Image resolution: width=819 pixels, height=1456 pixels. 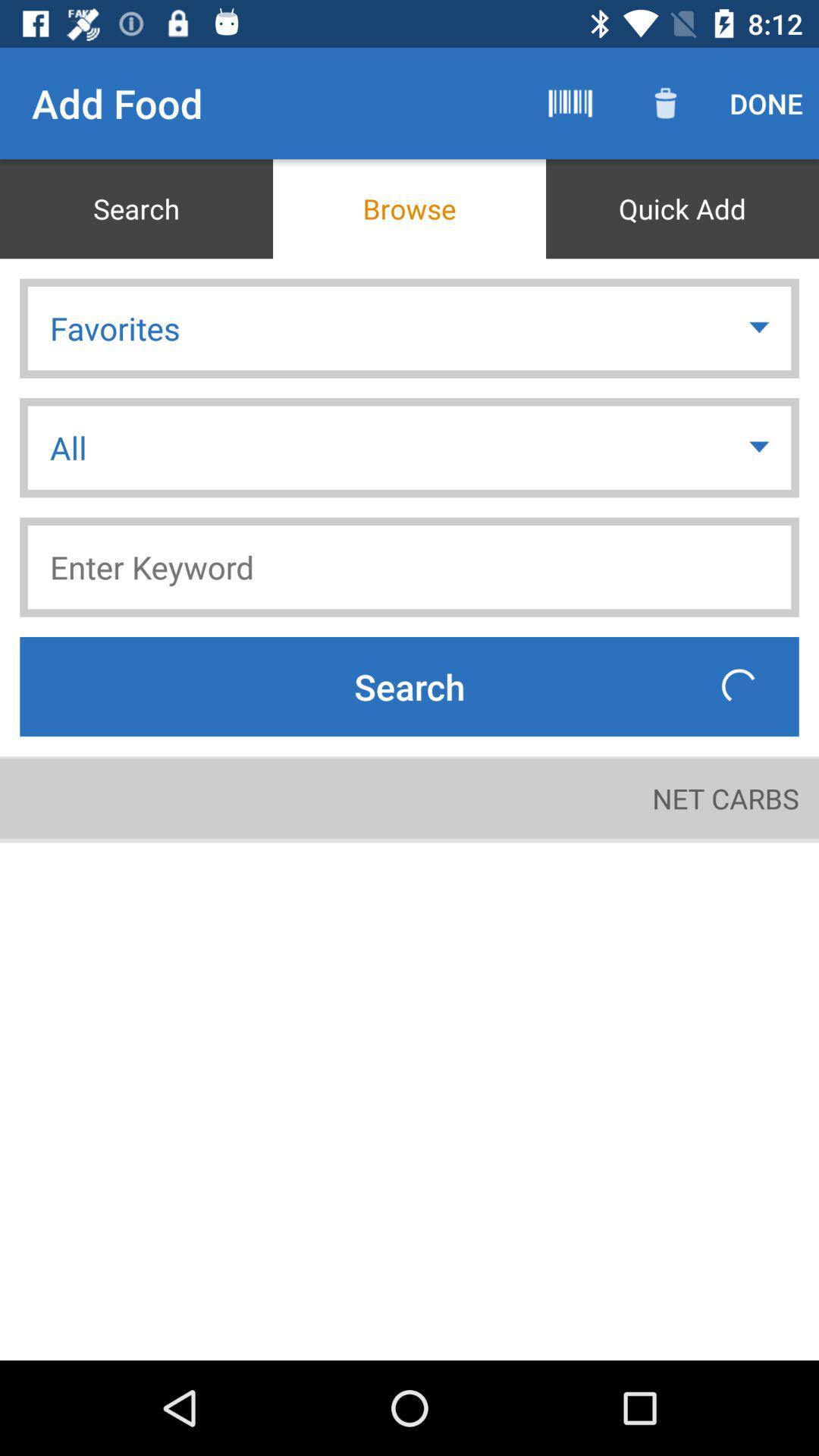 I want to click on done, so click(x=766, y=102).